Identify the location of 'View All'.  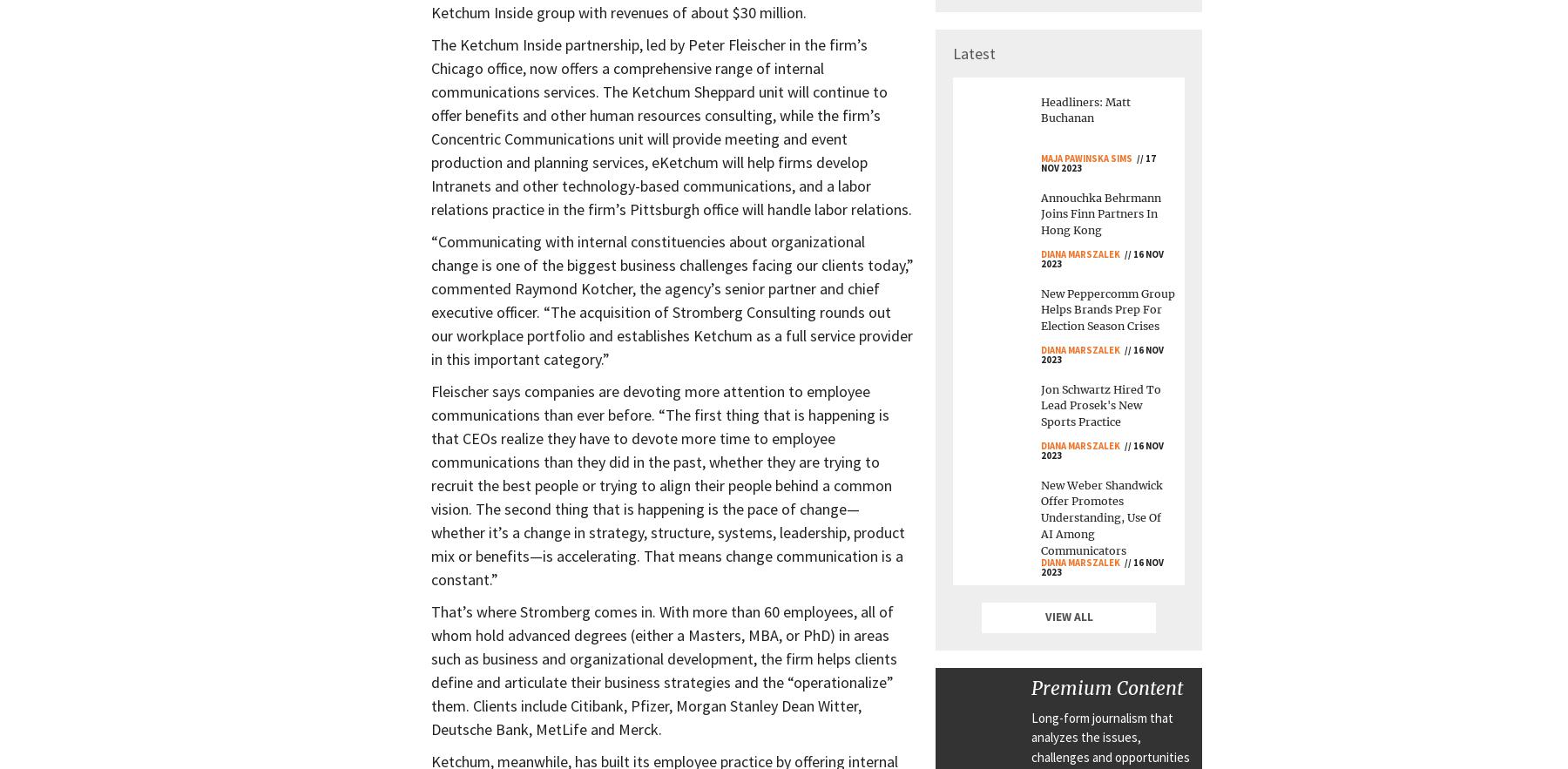
(1067, 617).